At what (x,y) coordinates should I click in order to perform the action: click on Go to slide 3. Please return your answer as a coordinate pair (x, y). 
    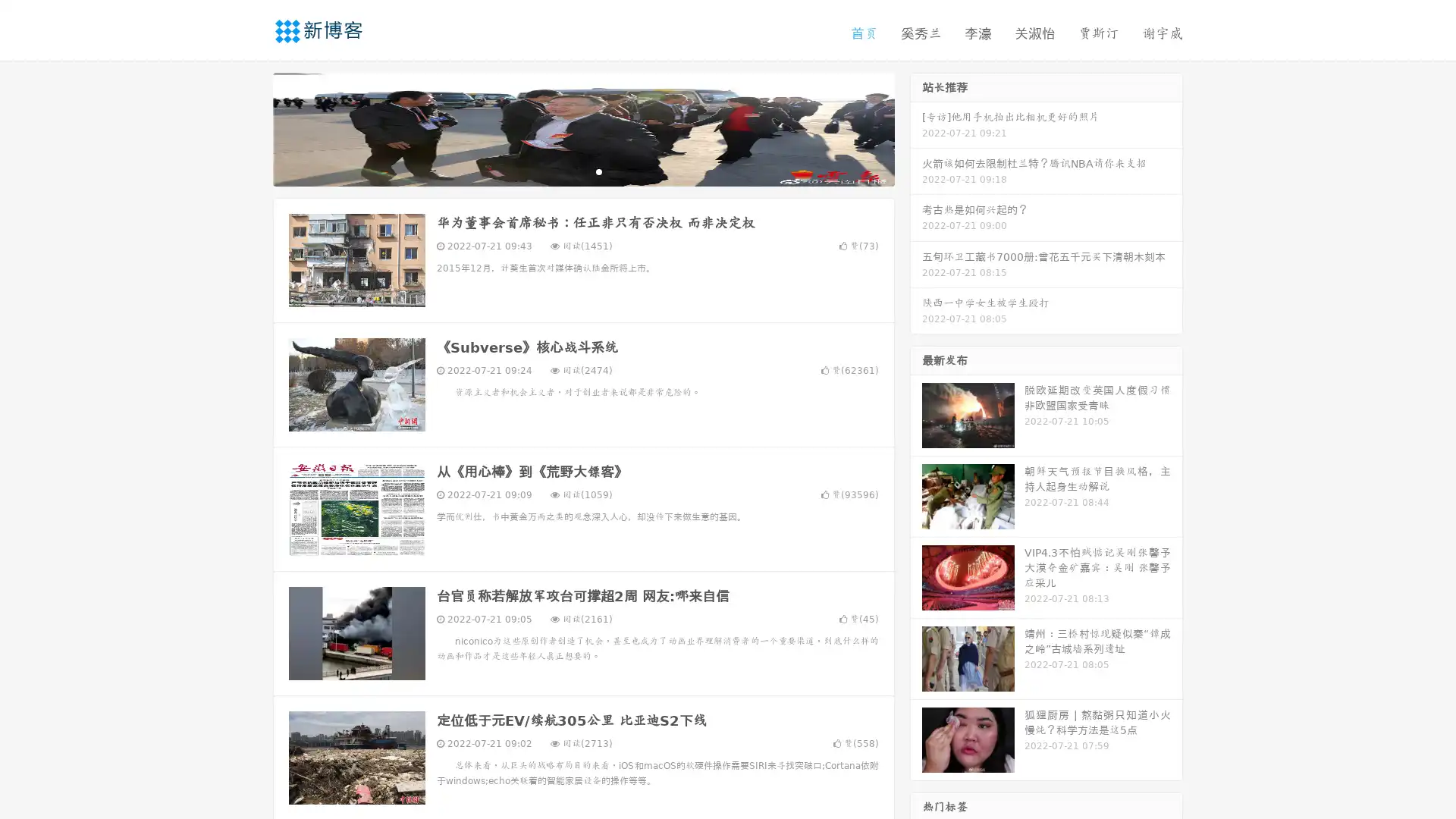
    Looking at the image, I should click on (598, 171).